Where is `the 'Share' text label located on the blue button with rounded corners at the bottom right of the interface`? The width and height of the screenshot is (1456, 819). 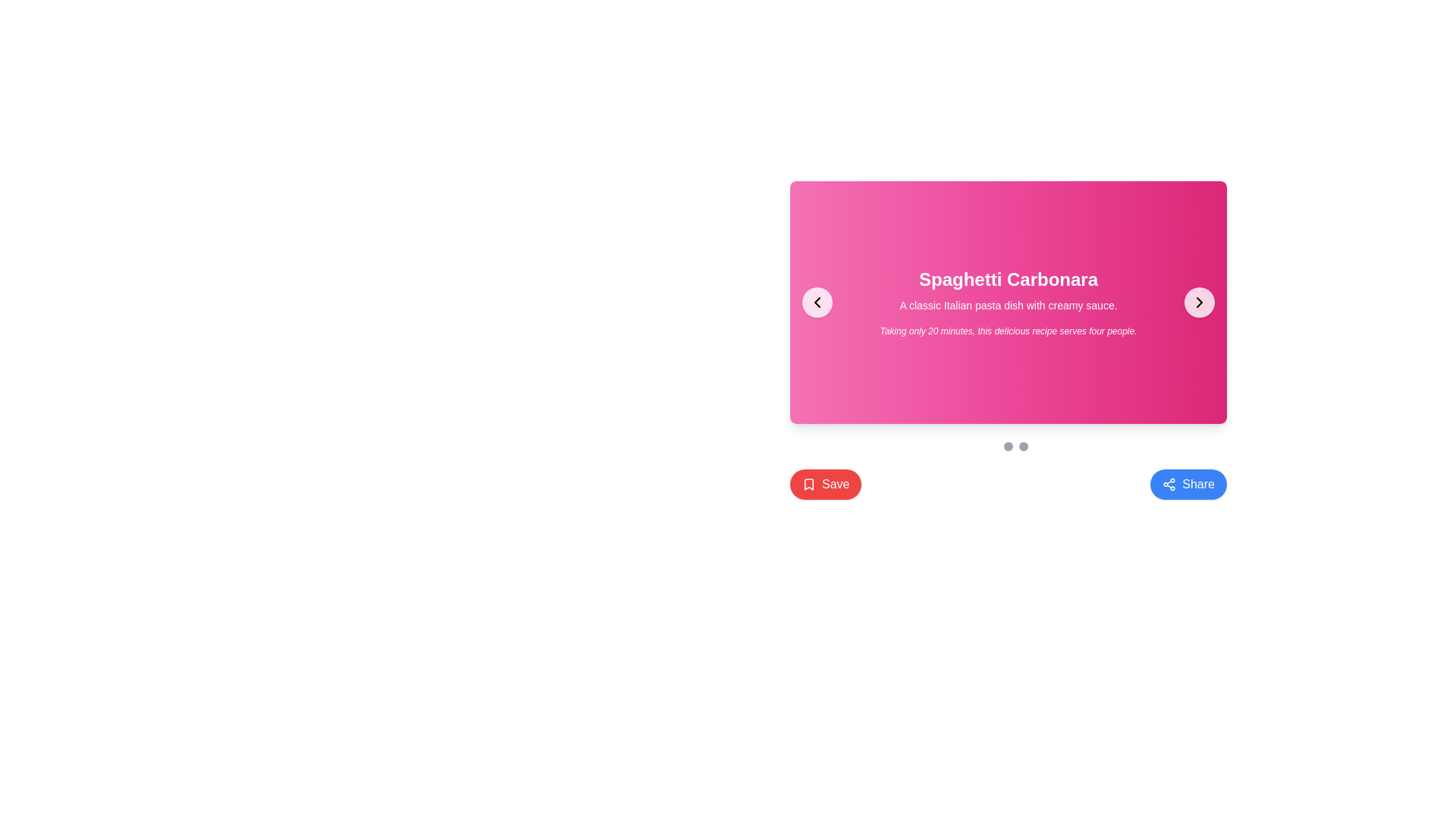
the 'Share' text label located on the blue button with rounded corners at the bottom right of the interface is located at coordinates (1197, 485).